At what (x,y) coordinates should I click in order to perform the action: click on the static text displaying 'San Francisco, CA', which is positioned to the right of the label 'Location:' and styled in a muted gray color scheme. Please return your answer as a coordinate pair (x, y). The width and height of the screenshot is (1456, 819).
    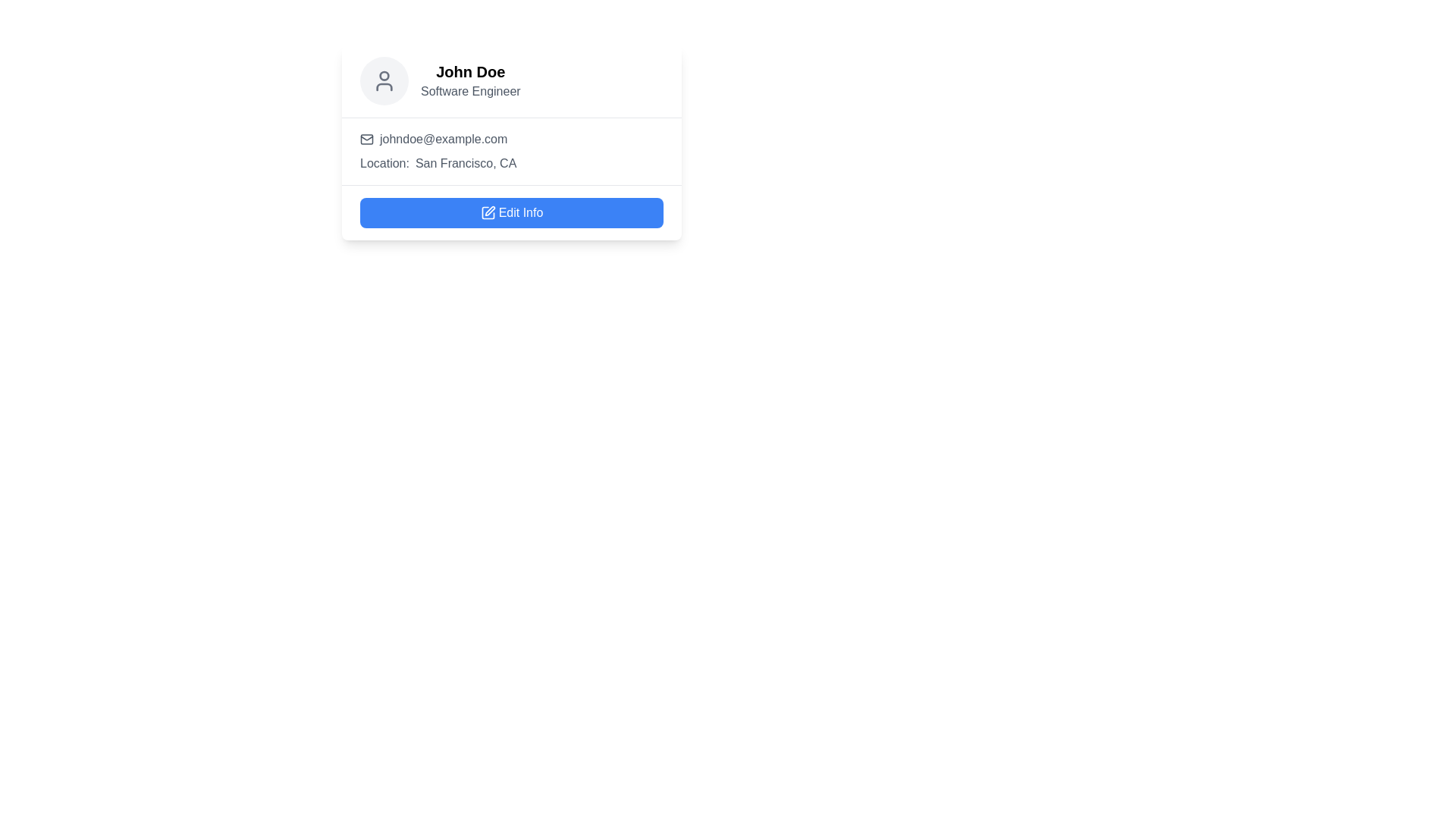
    Looking at the image, I should click on (465, 164).